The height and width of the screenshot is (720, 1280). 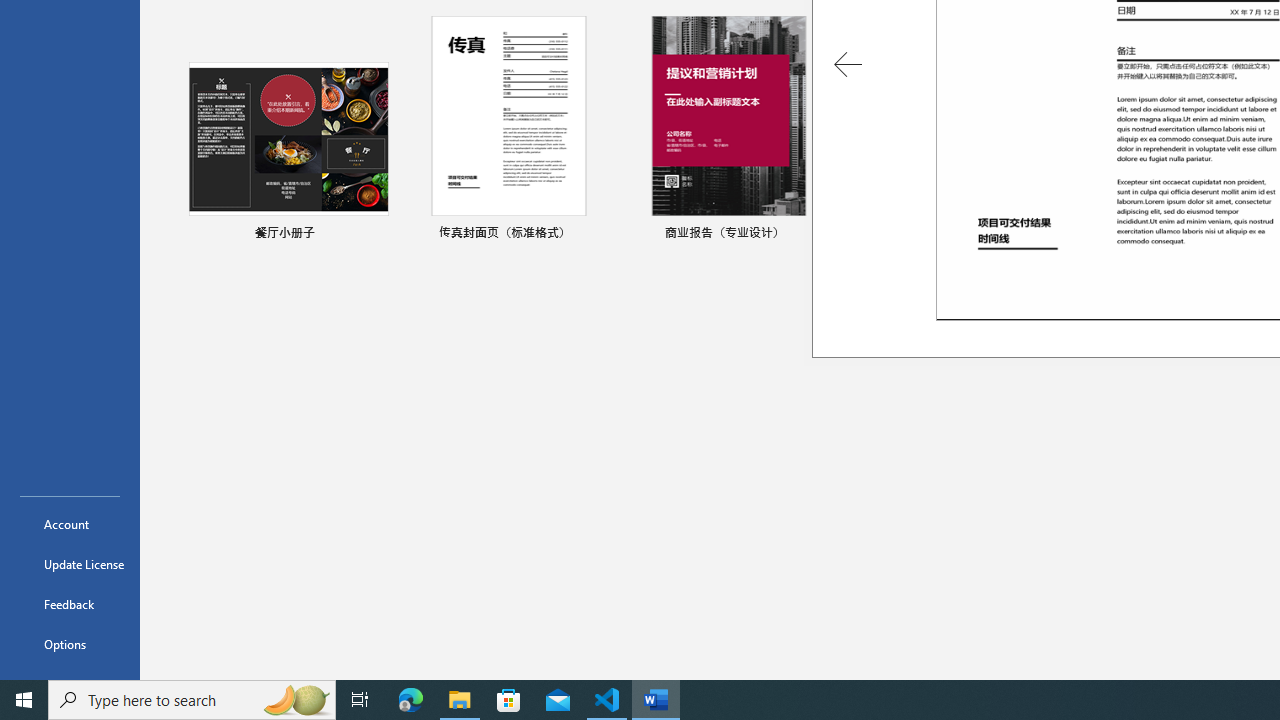 What do you see at coordinates (848, 63) in the screenshot?
I see `'Previous Template'` at bounding box center [848, 63].